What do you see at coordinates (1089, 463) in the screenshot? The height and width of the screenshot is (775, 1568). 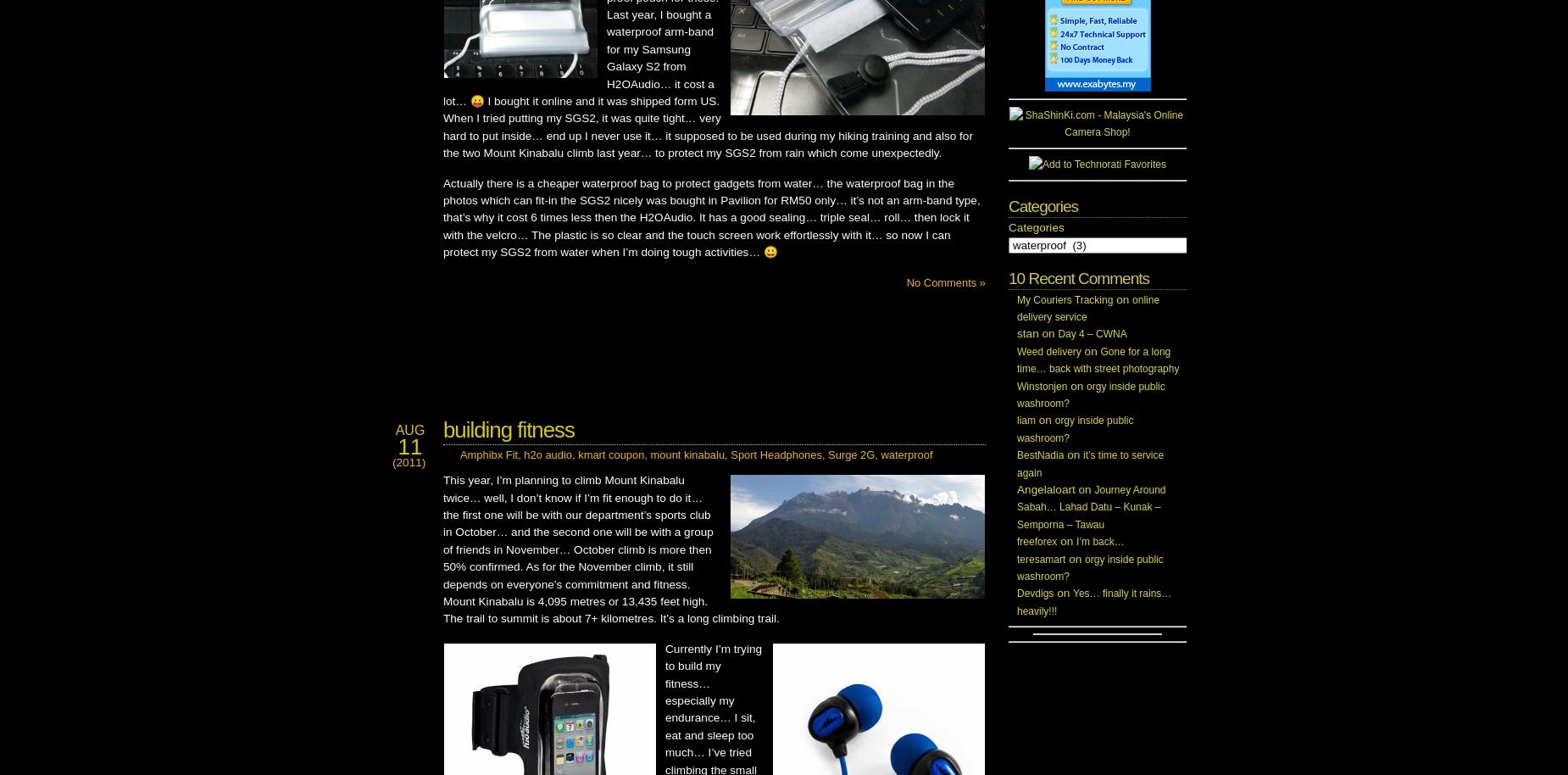 I see `'it’s time to service again'` at bounding box center [1089, 463].